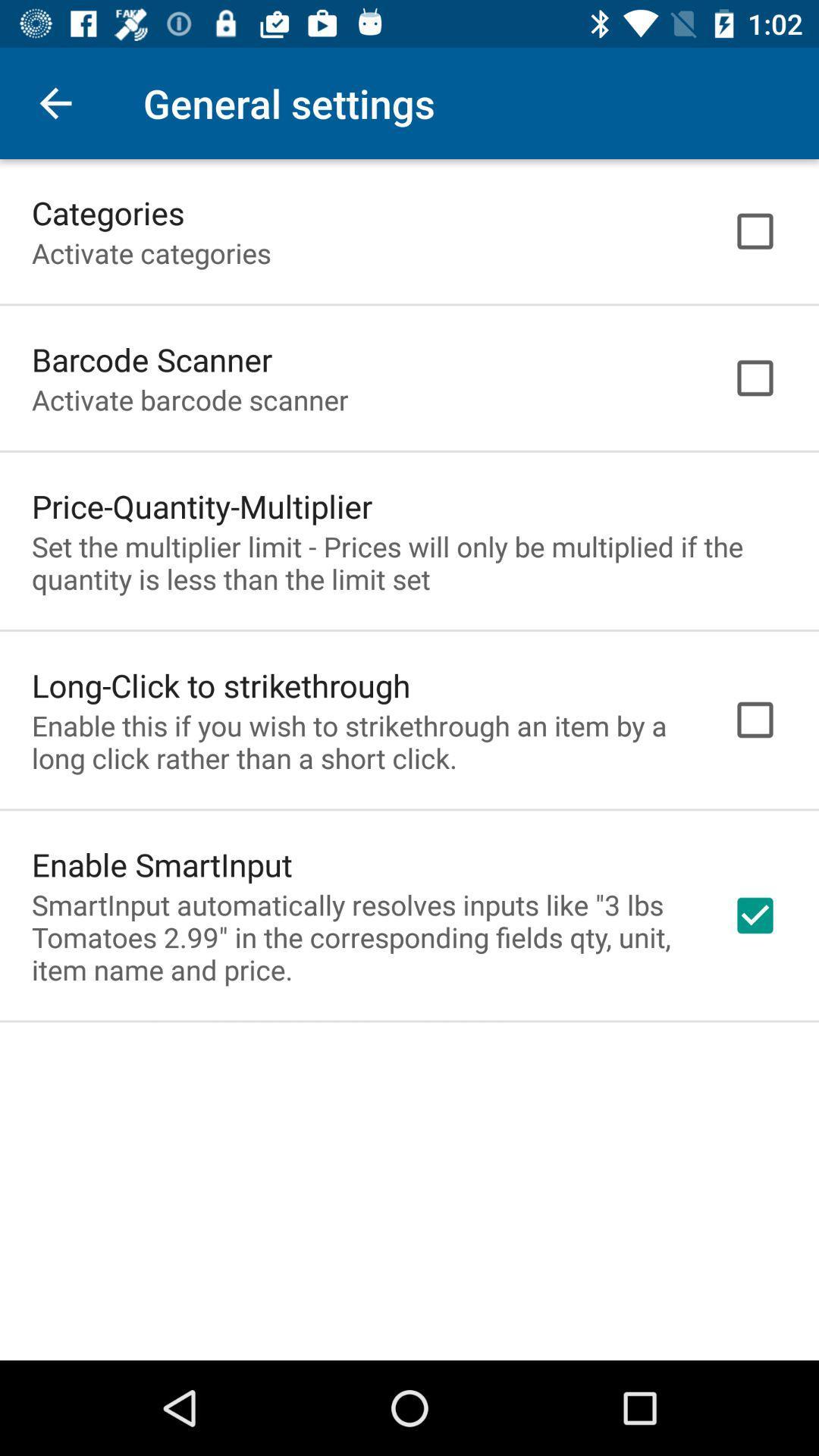 The image size is (819, 1456). What do you see at coordinates (151, 253) in the screenshot?
I see `activate categories item` at bounding box center [151, 253].